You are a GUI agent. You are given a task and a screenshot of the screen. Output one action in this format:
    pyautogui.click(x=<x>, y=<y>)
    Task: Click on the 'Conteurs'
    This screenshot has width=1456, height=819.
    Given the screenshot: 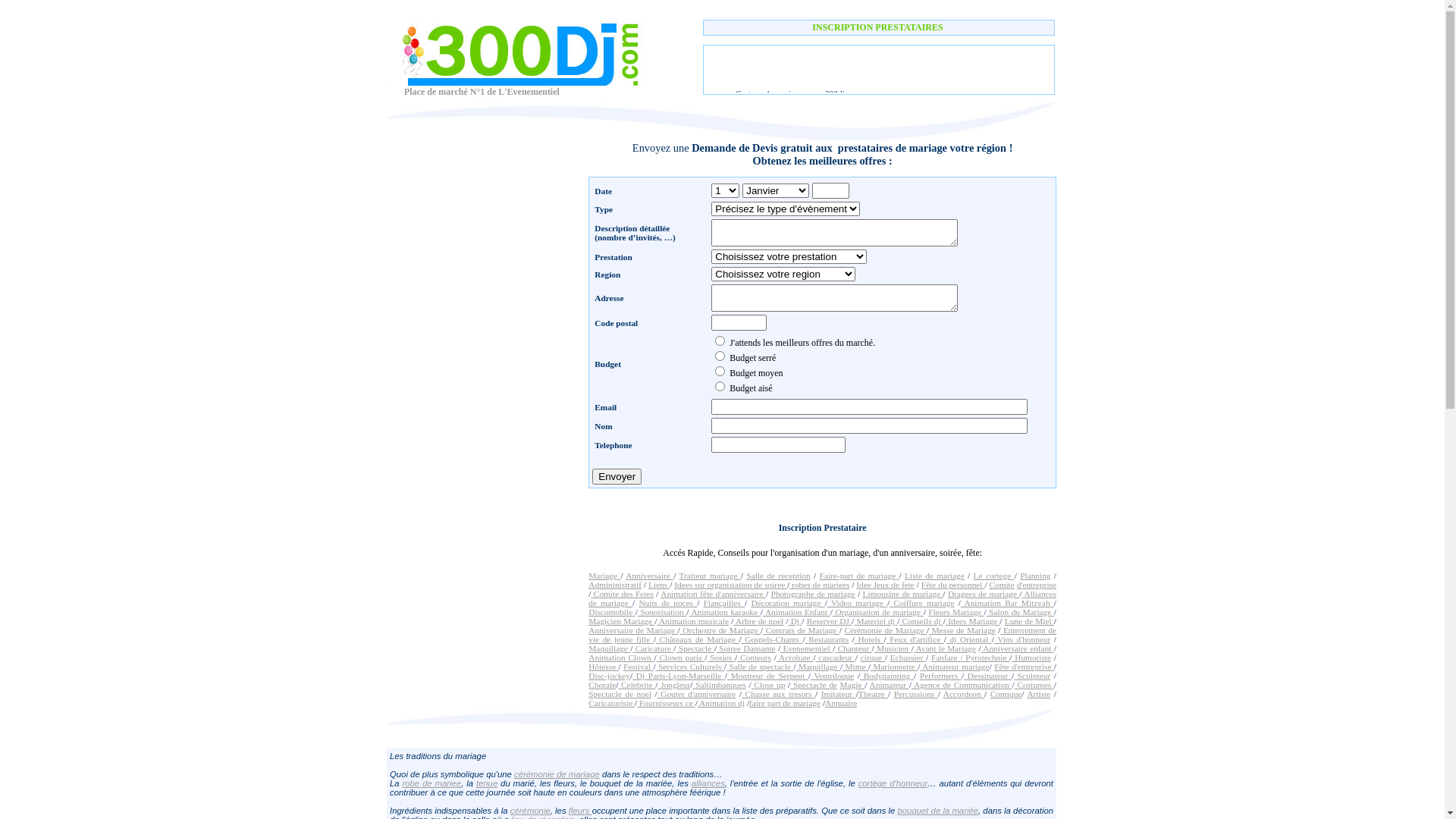 What is the action you would take?
    pyautogui.click(x=736, y=657)
    